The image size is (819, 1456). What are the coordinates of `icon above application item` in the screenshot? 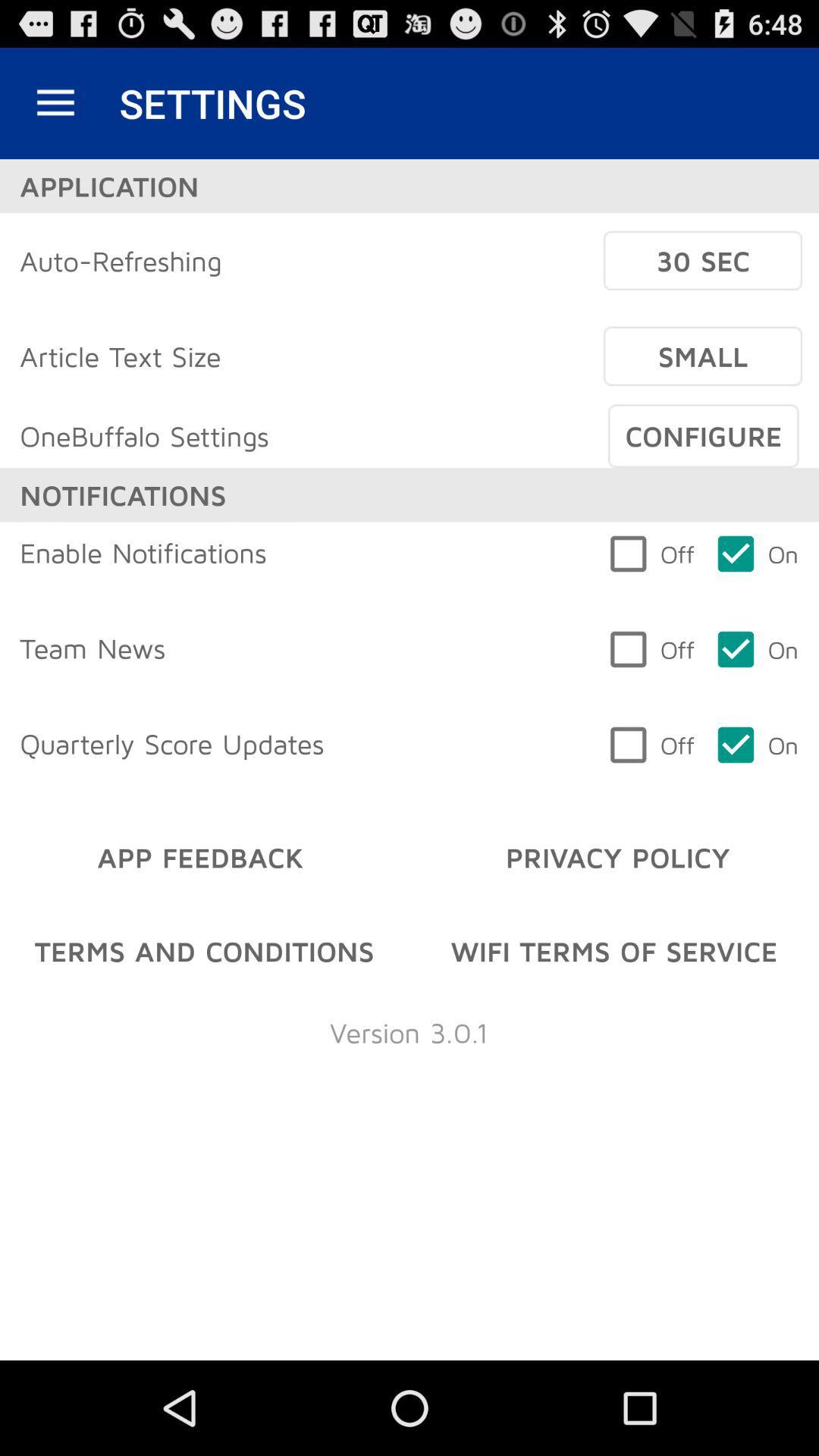 It's located at (55, 102).